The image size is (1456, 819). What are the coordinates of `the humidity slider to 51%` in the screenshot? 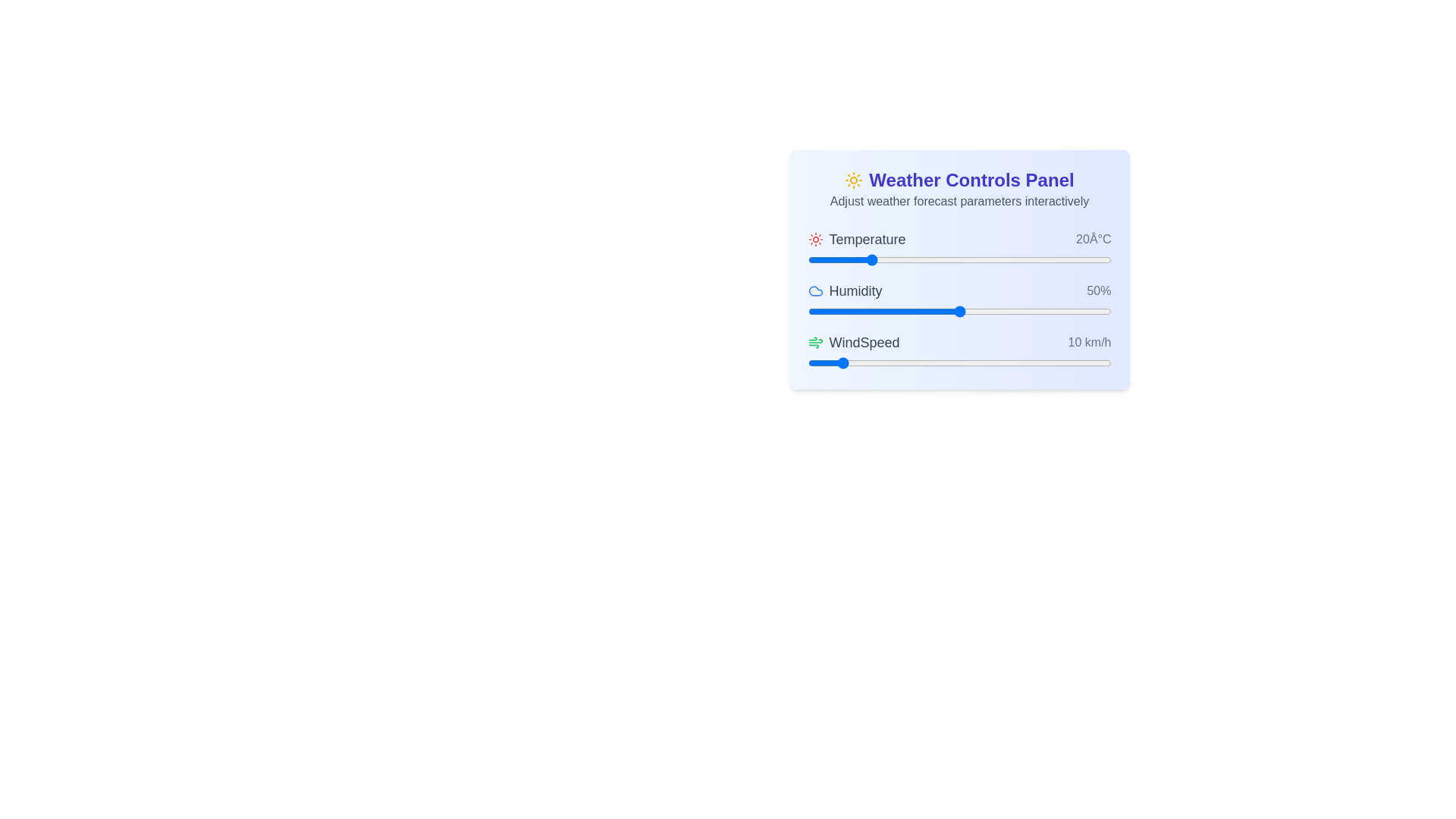 It's located at (962, 311).